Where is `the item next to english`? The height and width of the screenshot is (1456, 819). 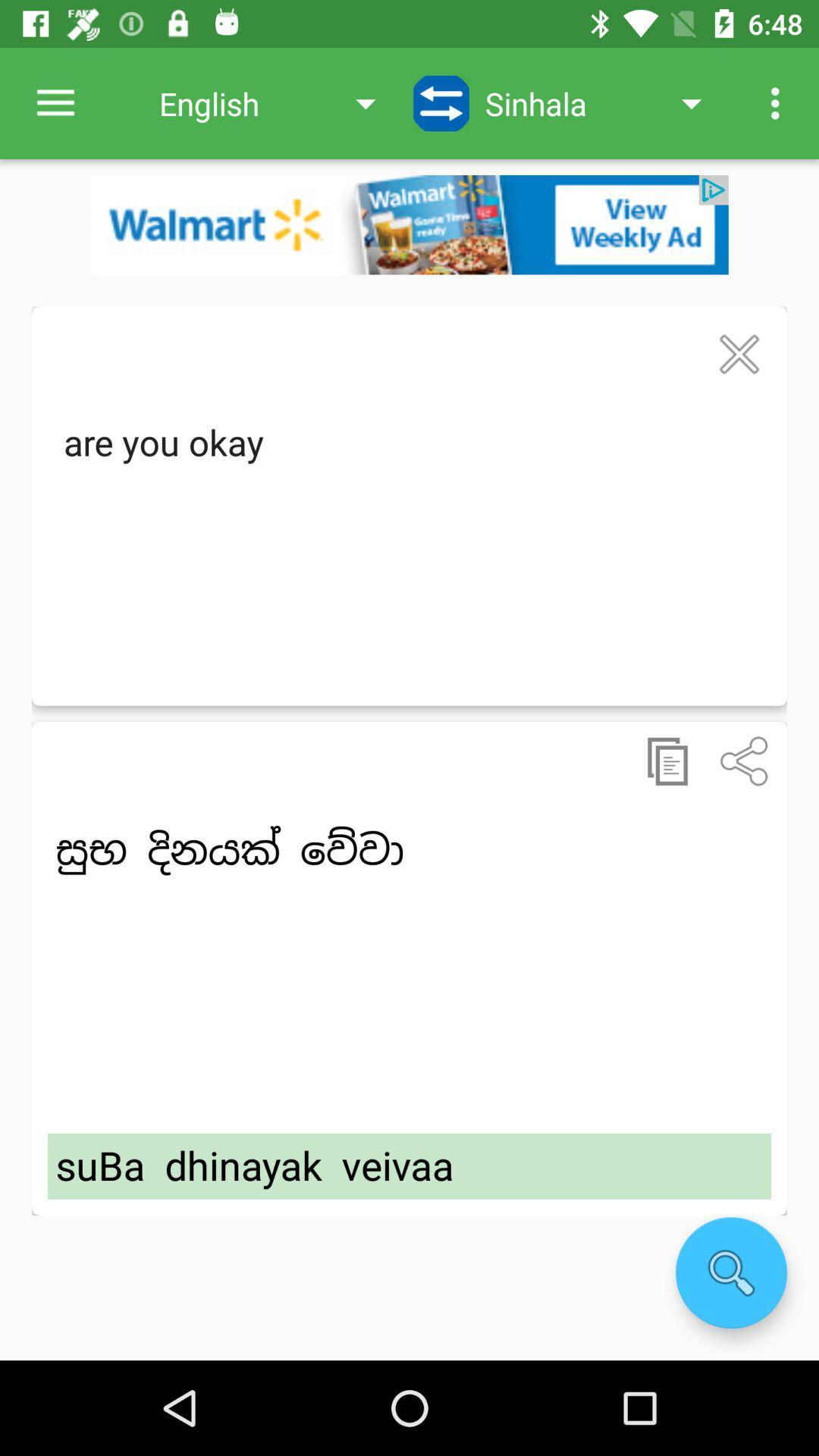 the item next to english is located at coordinates (55, 102).